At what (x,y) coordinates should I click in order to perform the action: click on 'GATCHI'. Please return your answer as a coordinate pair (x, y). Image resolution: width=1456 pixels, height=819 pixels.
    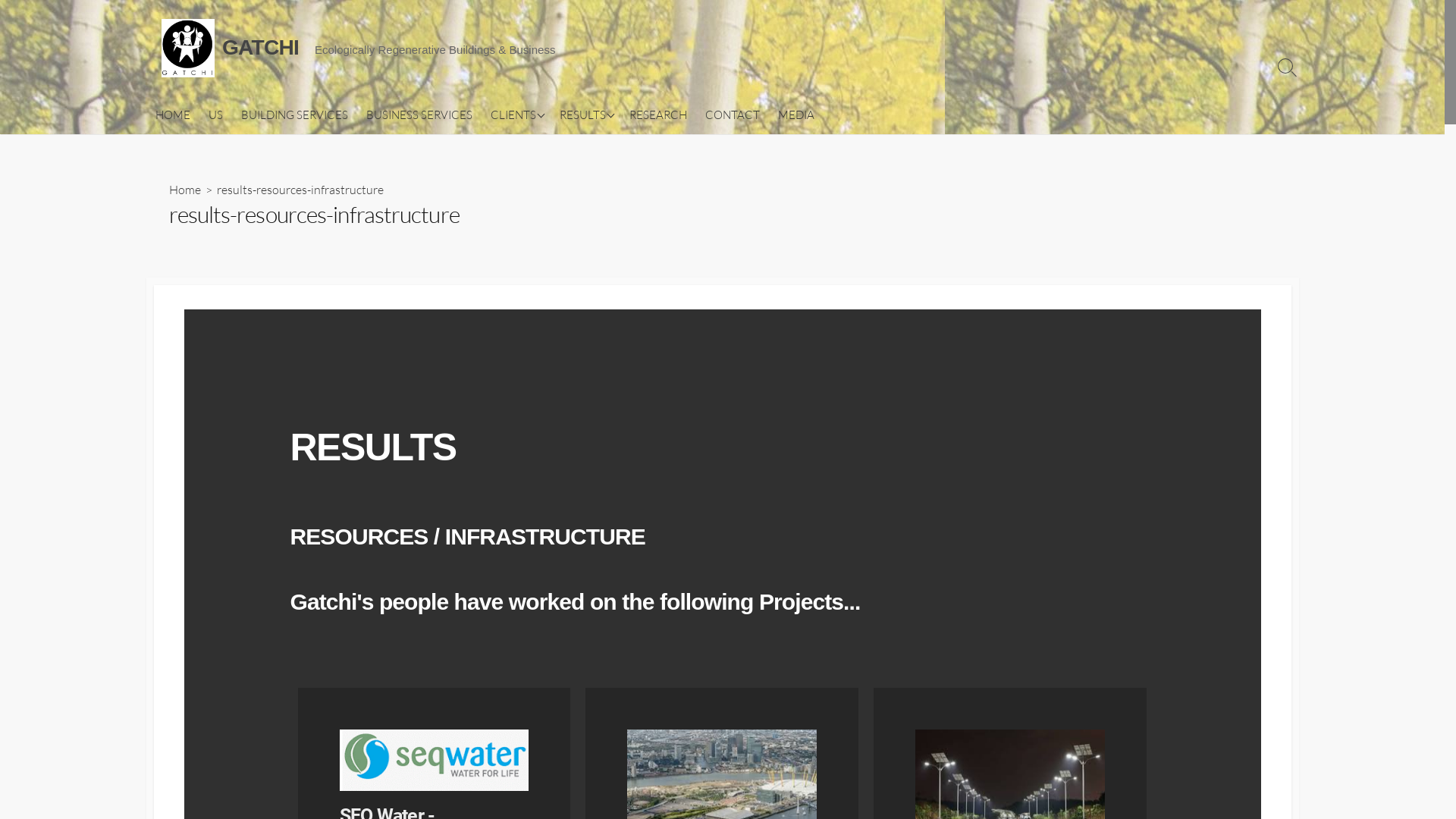
    Looking at the image, I should click on (186, 47).